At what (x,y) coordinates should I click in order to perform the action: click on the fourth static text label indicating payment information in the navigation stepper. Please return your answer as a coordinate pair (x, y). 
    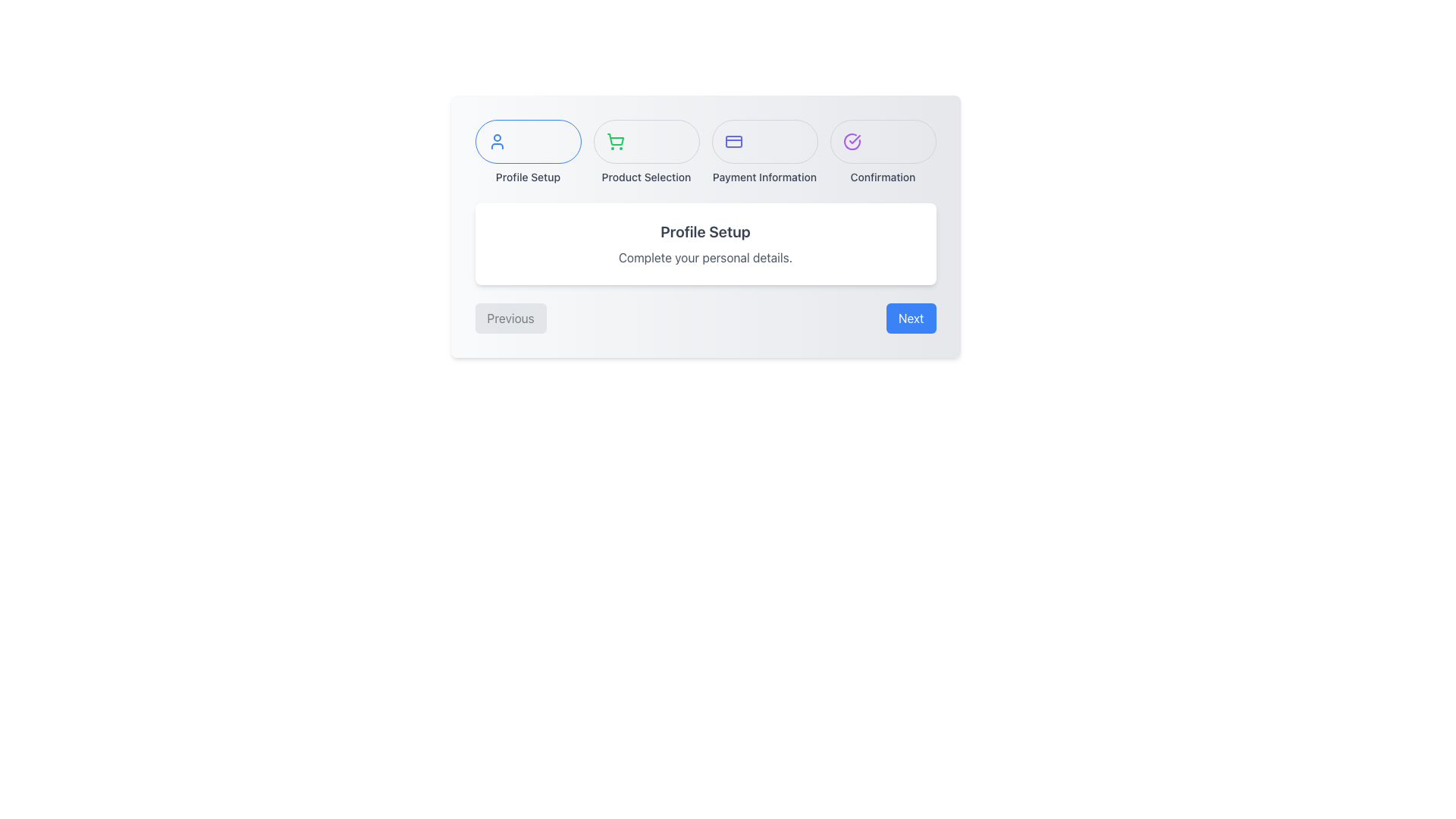
    Looking at the image, I should click on (764, 177).